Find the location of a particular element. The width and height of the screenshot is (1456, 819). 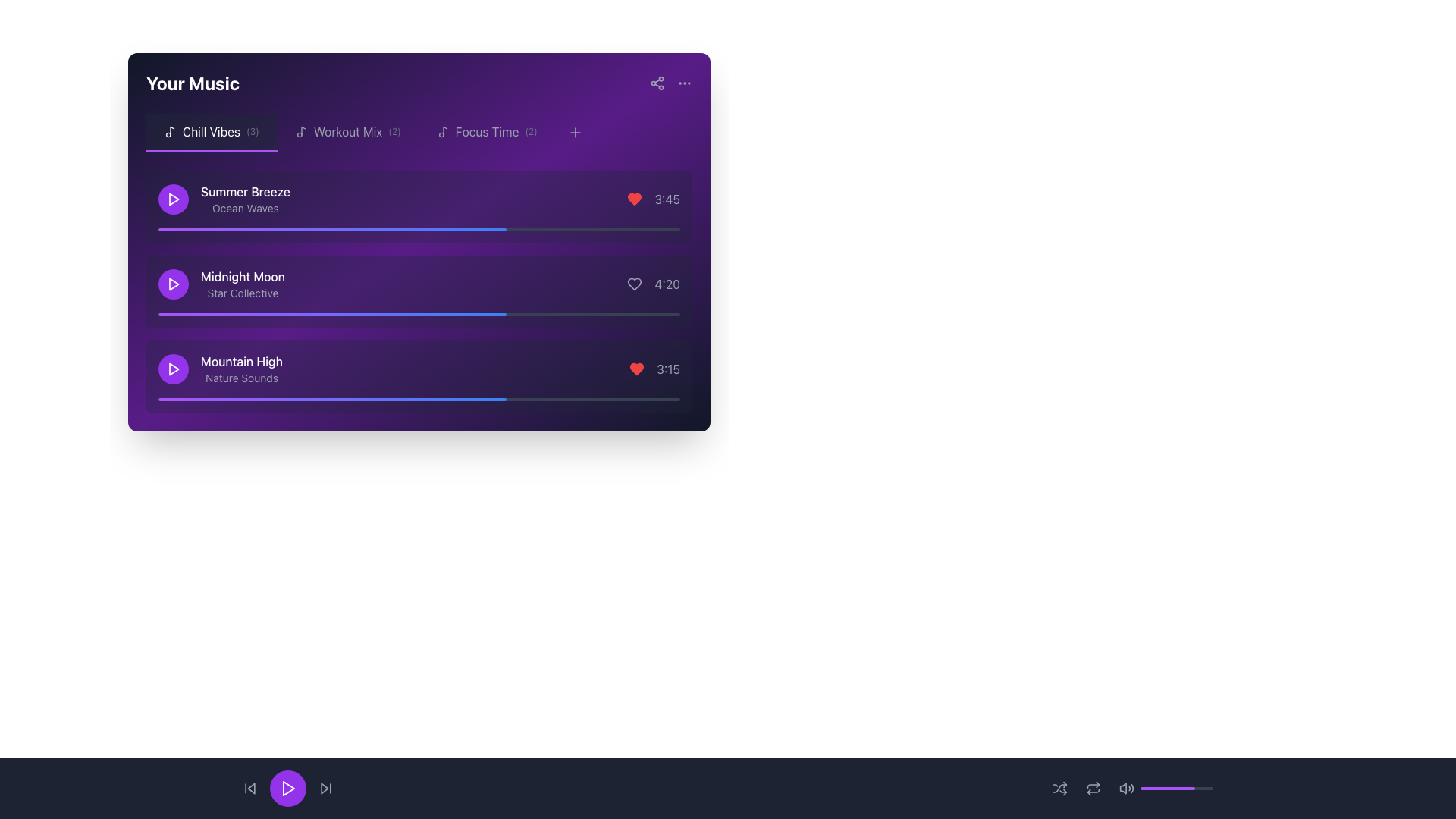

the 'Focus Time' tab, which is the third tab in the horizontal list of selectable tabs at the top-right of the main interface is located at coordinates (487, 130).